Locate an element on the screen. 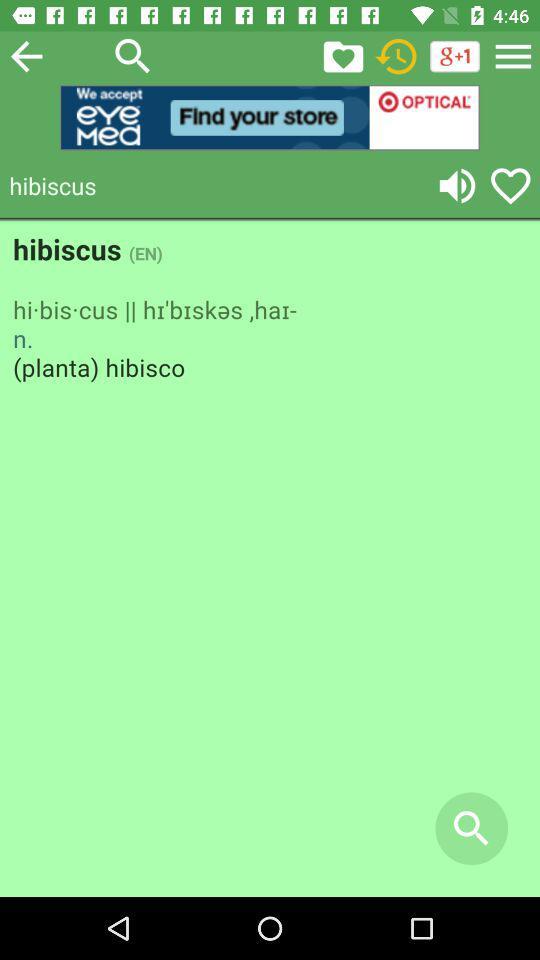  search option is located at coordinates (133, 55).